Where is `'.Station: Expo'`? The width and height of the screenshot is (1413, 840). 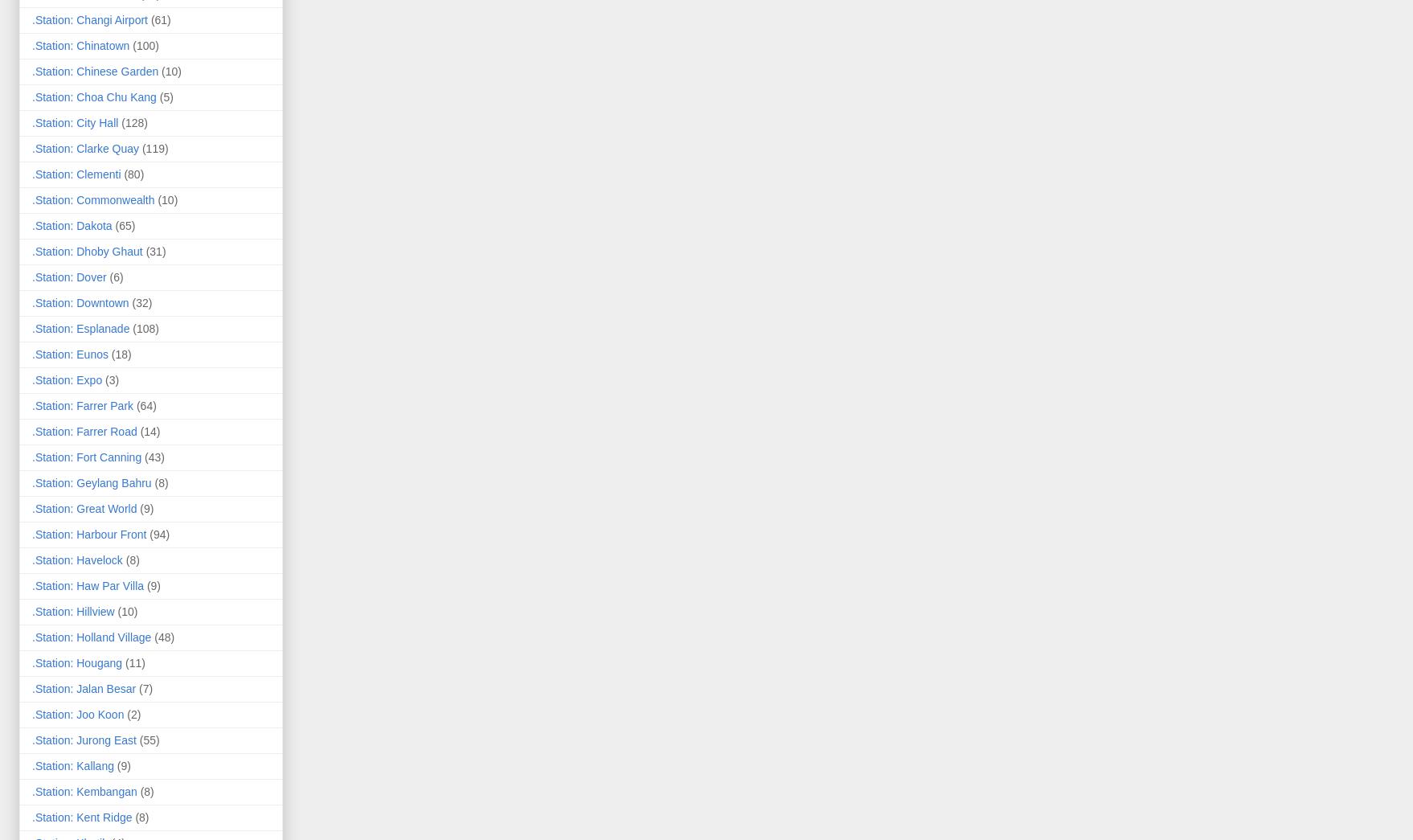 '.Station: Expo' is located at coordinates (67, 379).